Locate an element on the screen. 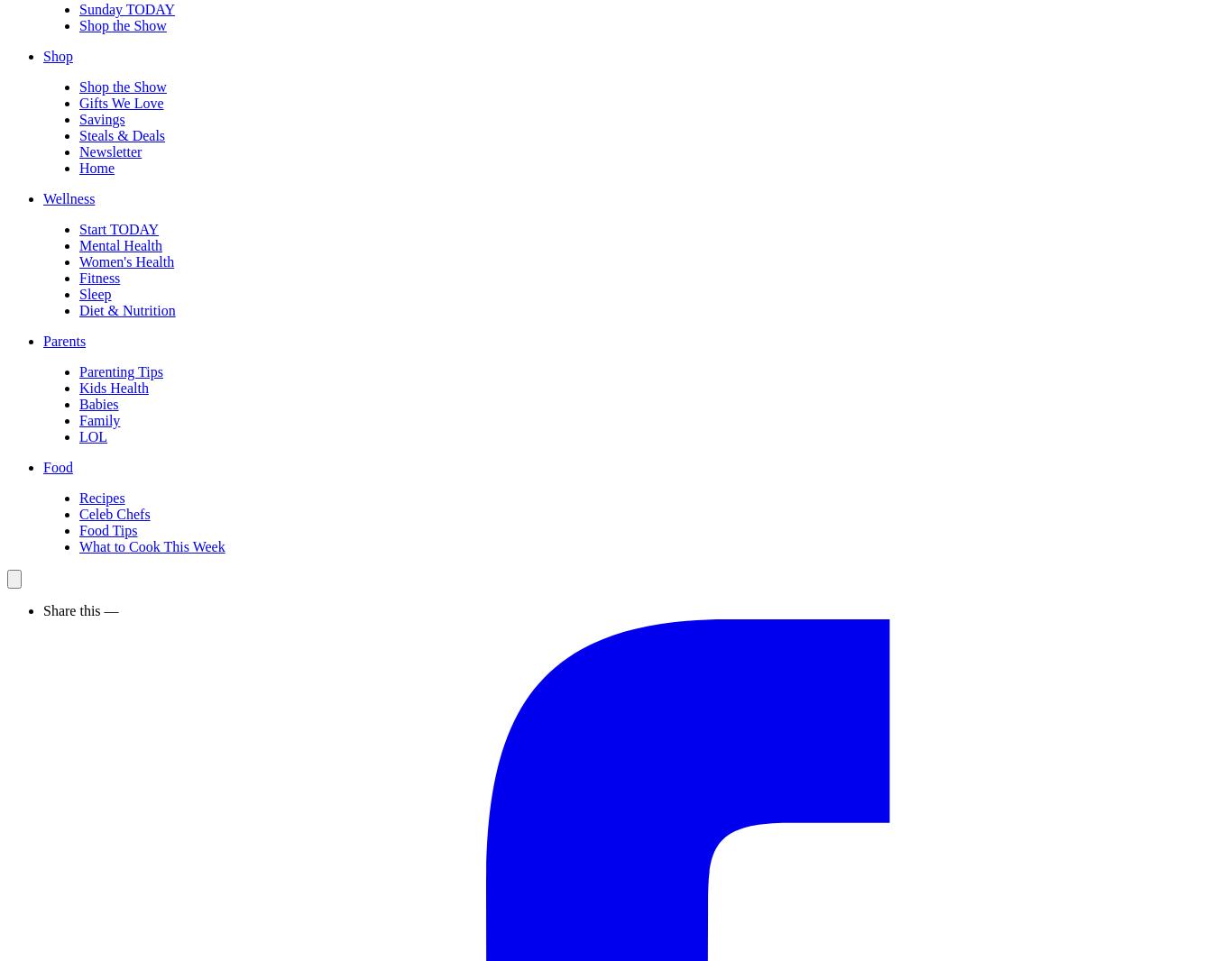 Image resolution: width=1232 pixels, height=961 pixels. 'Mental Health' is located at coordinates (78, 245).